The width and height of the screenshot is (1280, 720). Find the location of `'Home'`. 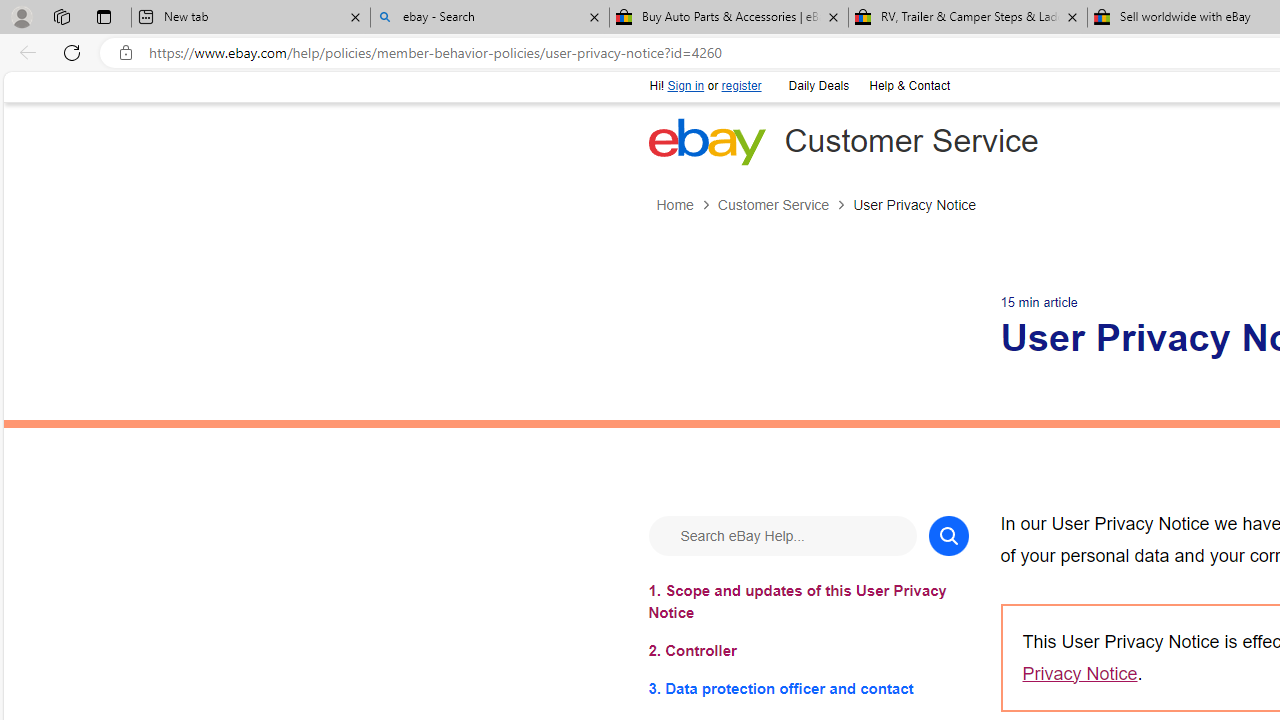

'Home' is located at coordinates (674, 205).